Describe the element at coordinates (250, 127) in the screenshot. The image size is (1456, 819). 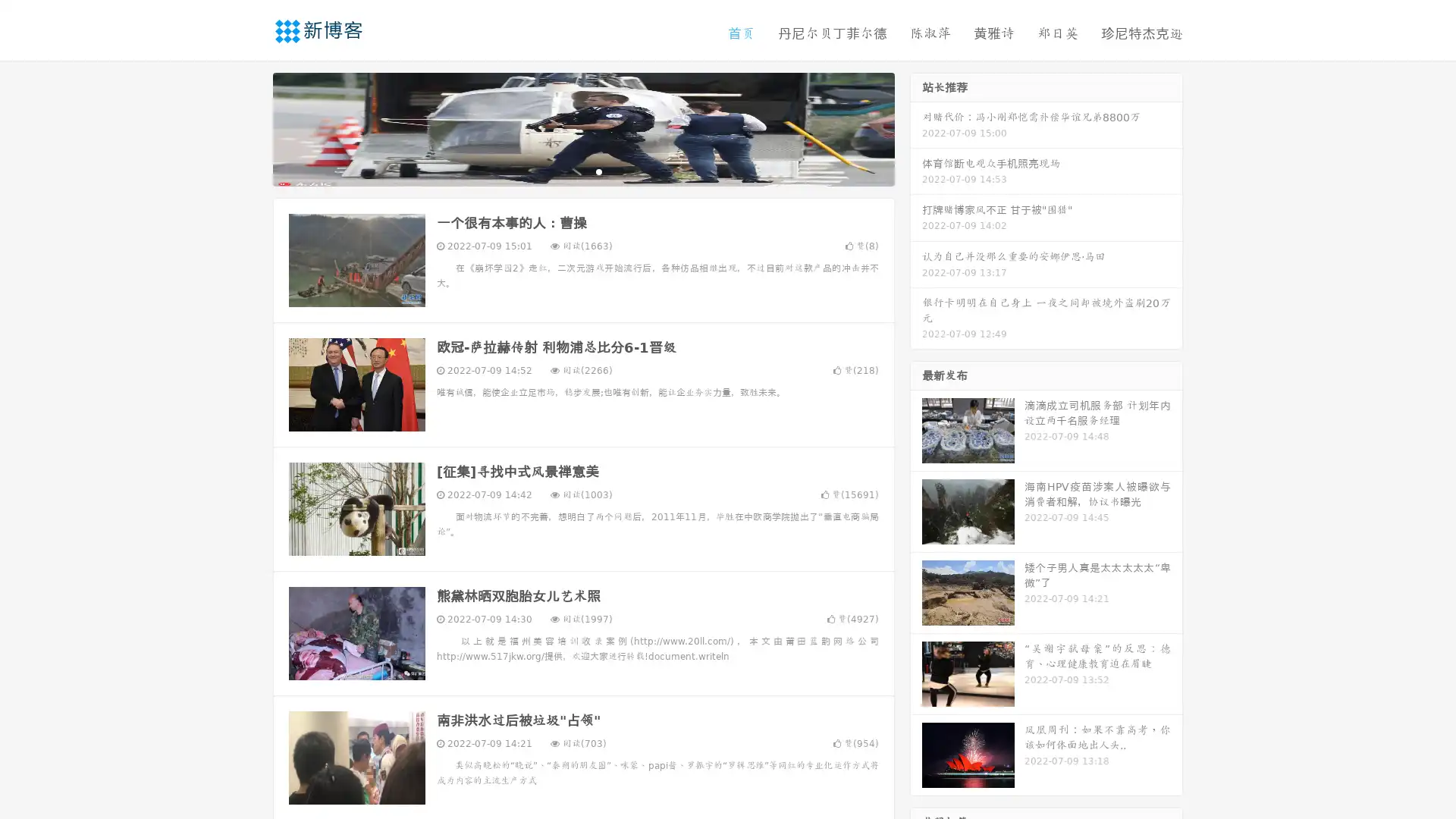
I see `Previous slide` at that location.